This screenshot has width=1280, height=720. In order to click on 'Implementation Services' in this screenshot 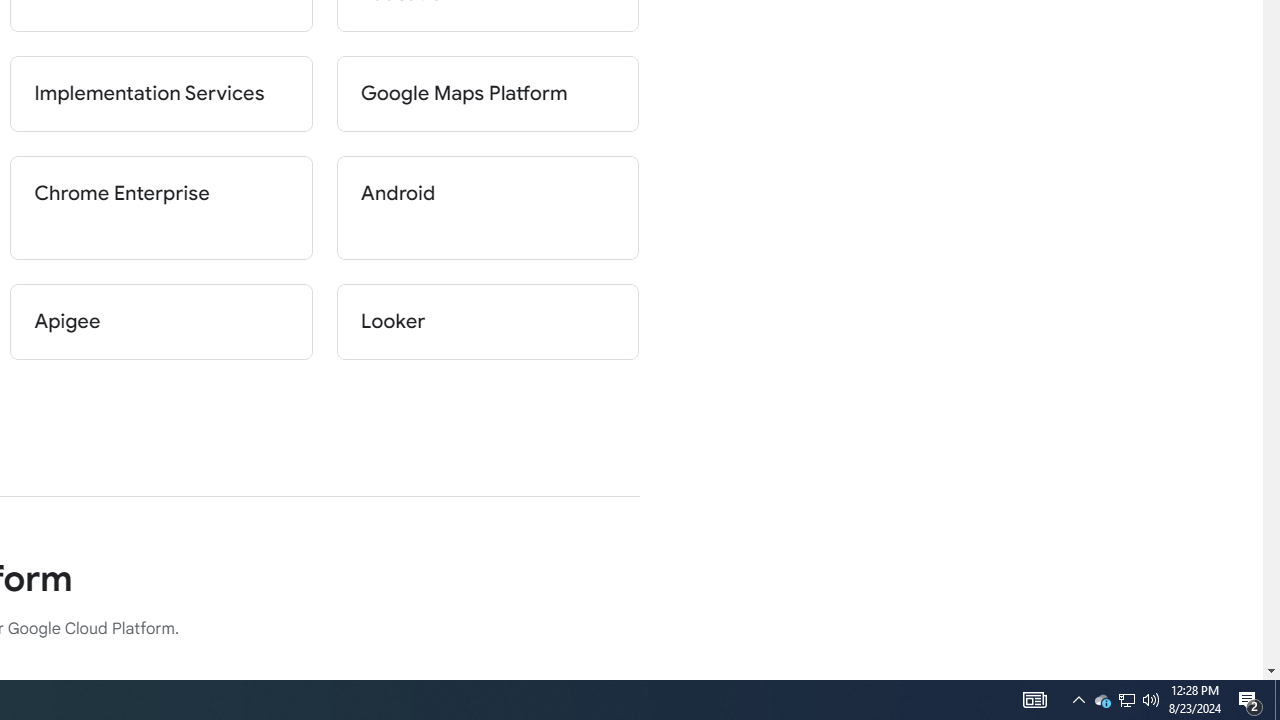, I will do `click(161, 93)`.